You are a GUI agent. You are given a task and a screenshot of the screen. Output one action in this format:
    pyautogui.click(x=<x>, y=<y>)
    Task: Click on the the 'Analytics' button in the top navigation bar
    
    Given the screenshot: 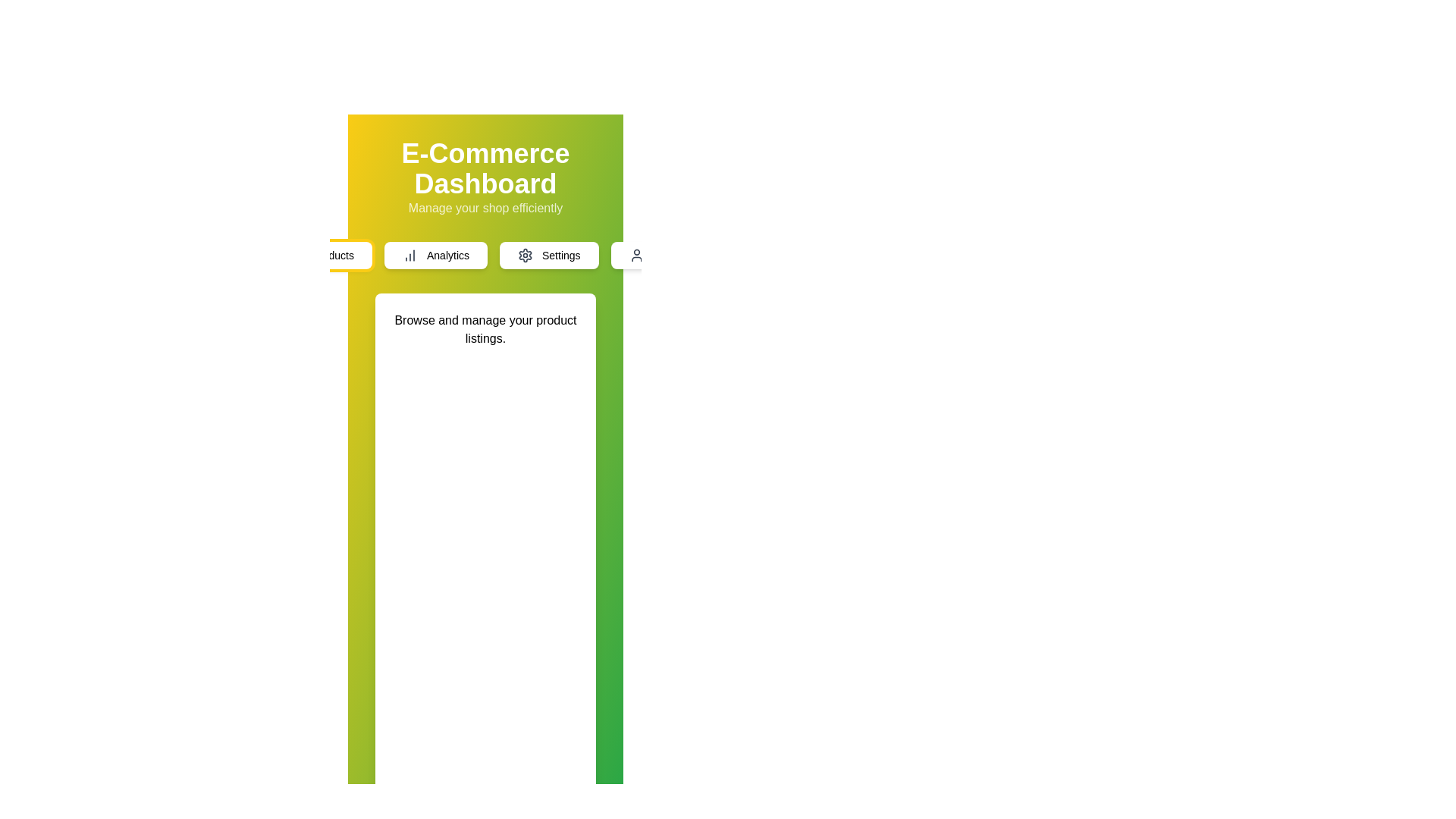 What is the action you would take?
    pyautogui.click(x=447, y=254)
    